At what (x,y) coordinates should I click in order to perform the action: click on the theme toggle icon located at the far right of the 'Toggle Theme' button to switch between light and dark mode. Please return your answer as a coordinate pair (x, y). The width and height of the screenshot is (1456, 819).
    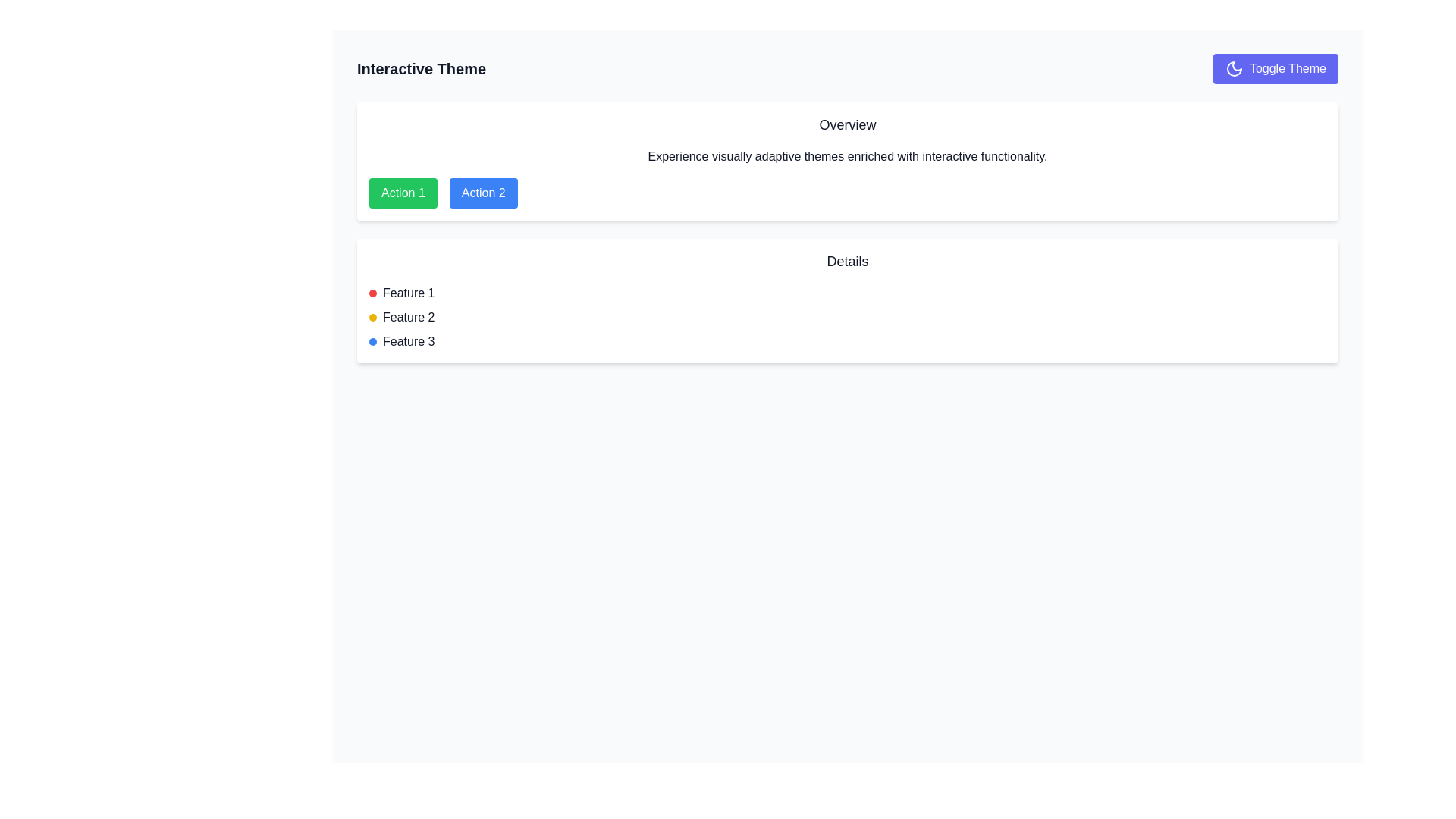
    Looking at the image, I should click on (1234, 69).